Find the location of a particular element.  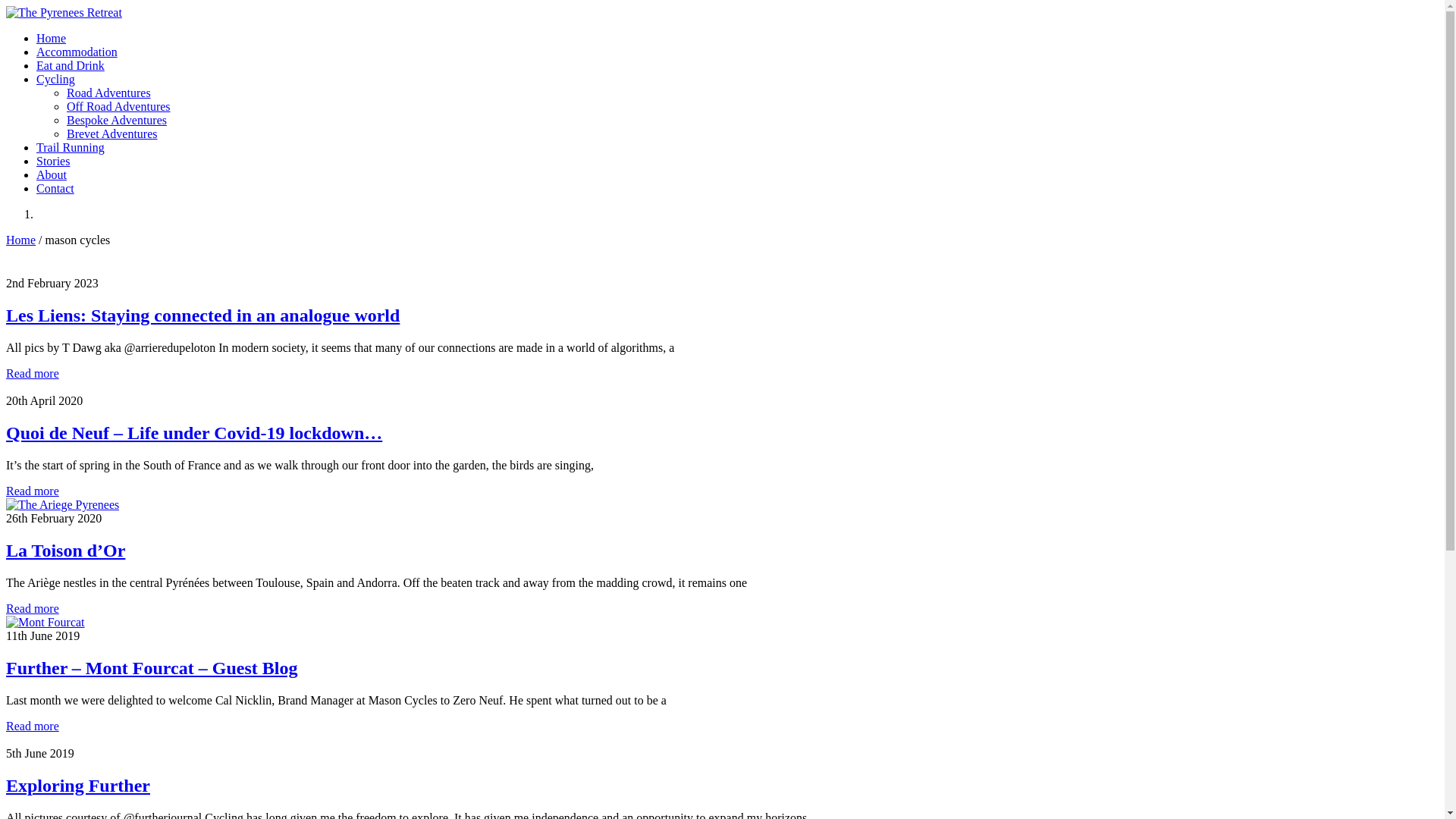

'Brevet Adventures' is located at coordinates (111, 133).